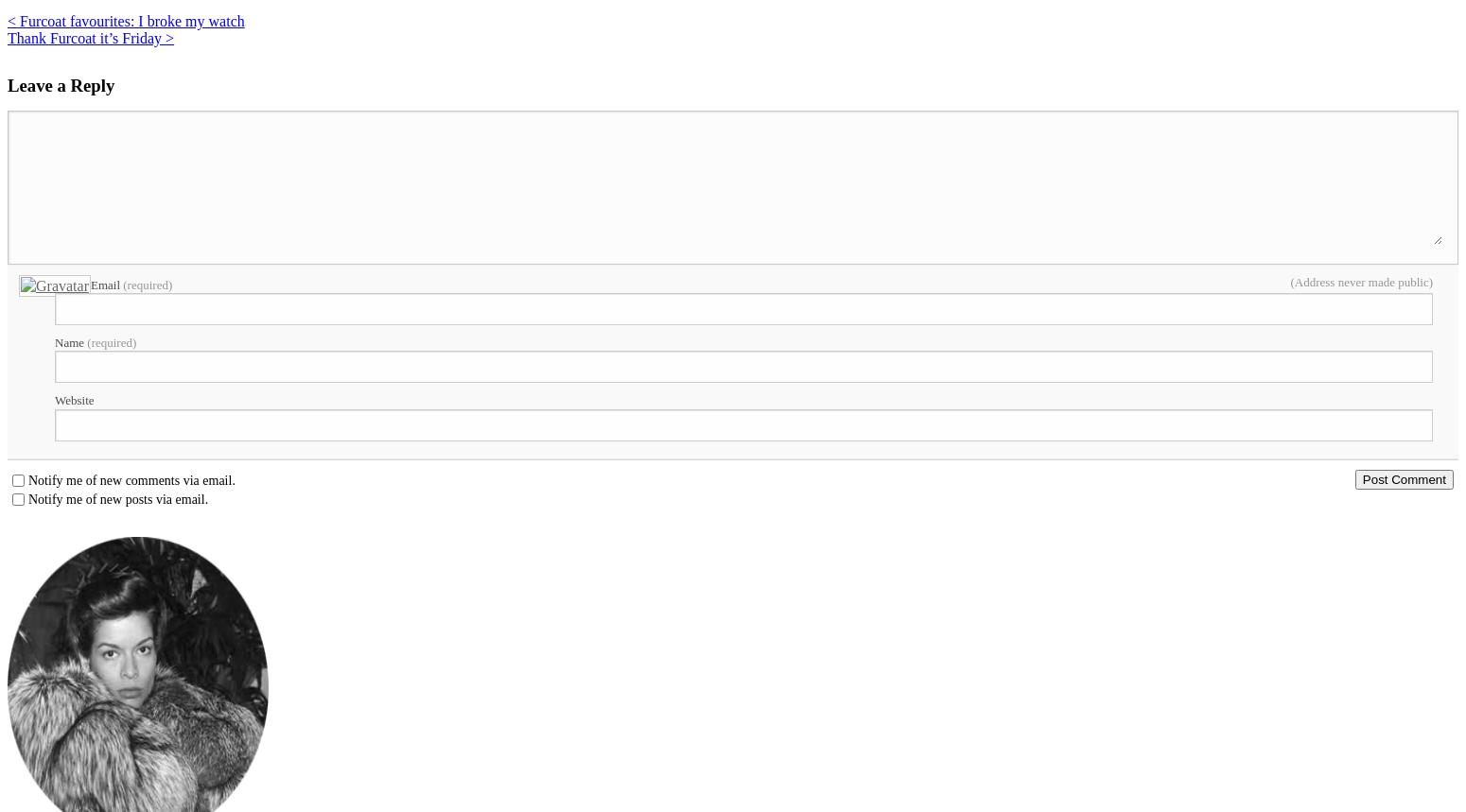 This screenshot has width=1466, height=812. I want to click on 'Website', so click(74, 400).